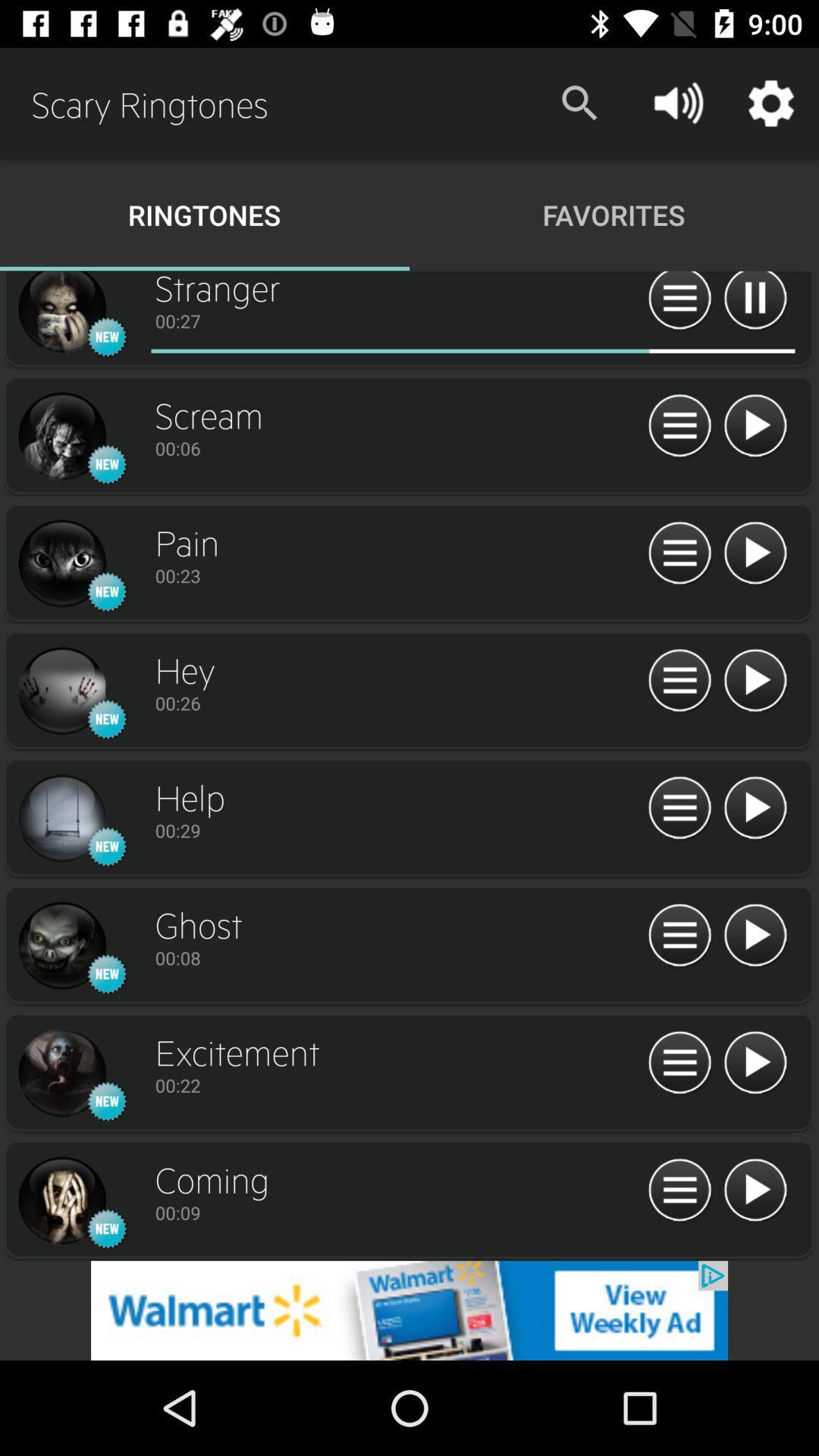 The width and height of the screenshot is (819, 1456). What do you see at coordinates (755, 553) in the screenshot?
I see `play` at bounding box center [755, 553].